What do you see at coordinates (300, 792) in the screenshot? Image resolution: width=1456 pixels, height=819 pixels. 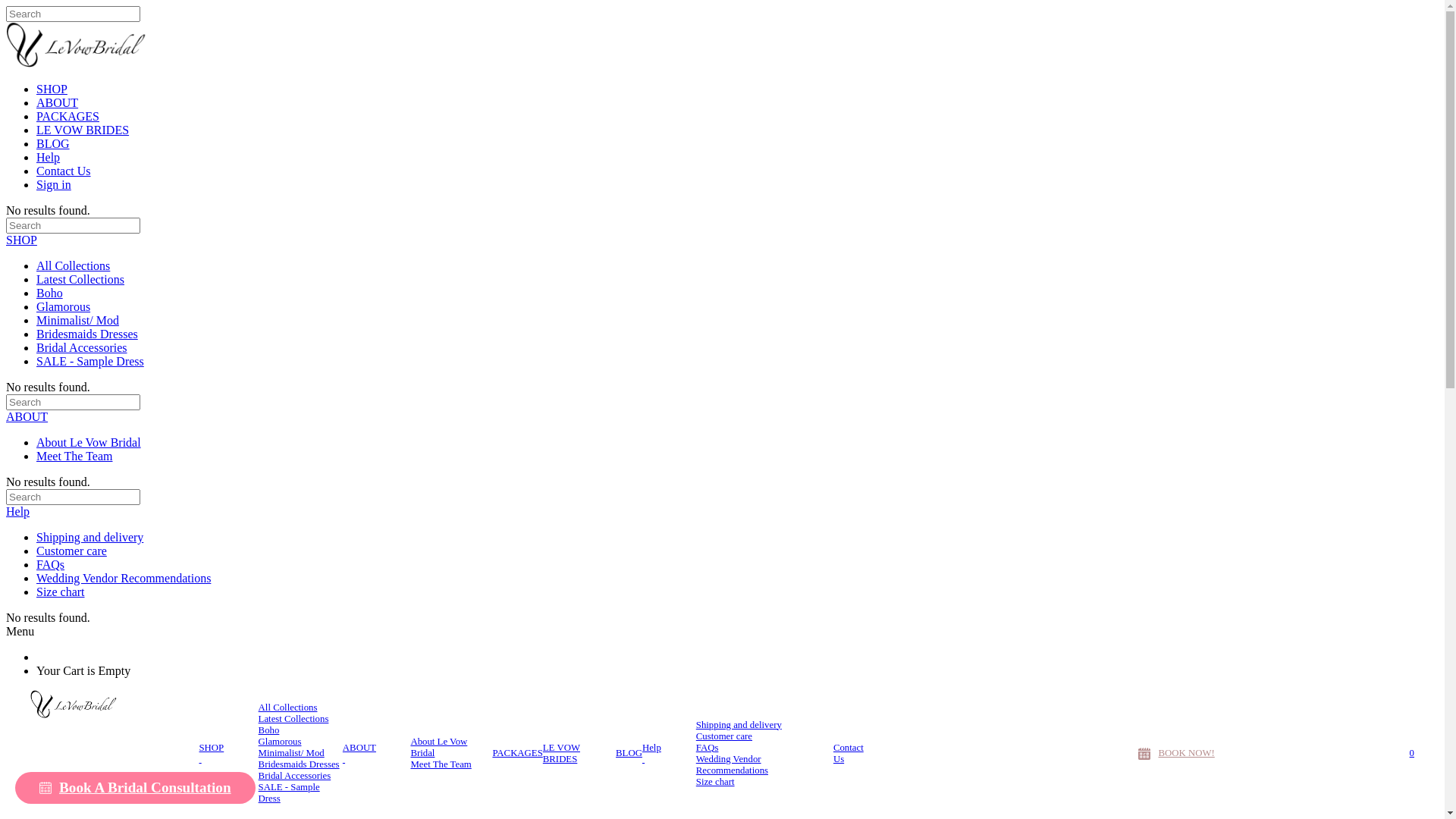 I see `'SALE - Sample Dress'` at bounding box center [300, 792].